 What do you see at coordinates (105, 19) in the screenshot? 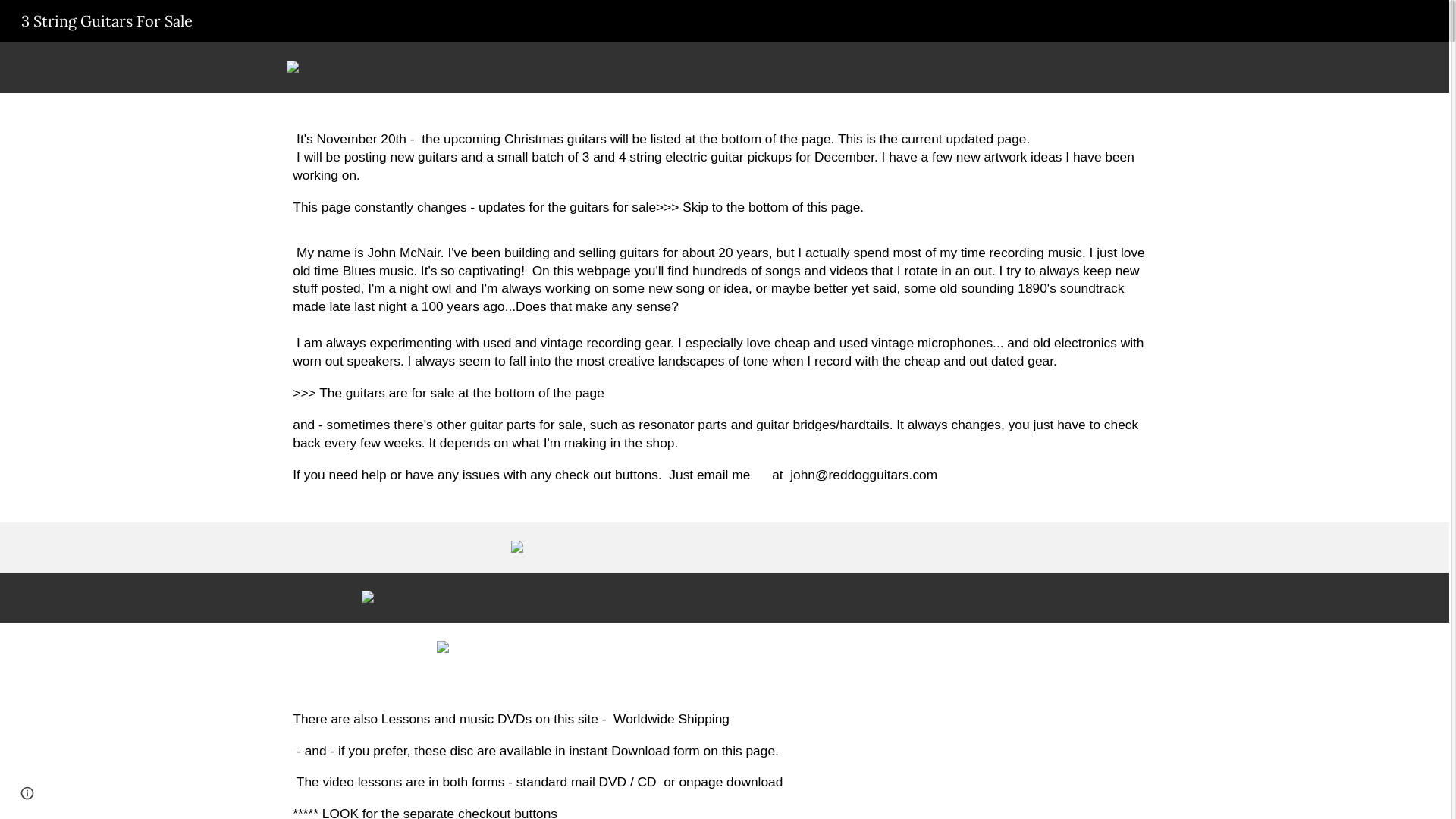
I see `'3 String Guitars For Sale'` at bounding box center [105, 19].